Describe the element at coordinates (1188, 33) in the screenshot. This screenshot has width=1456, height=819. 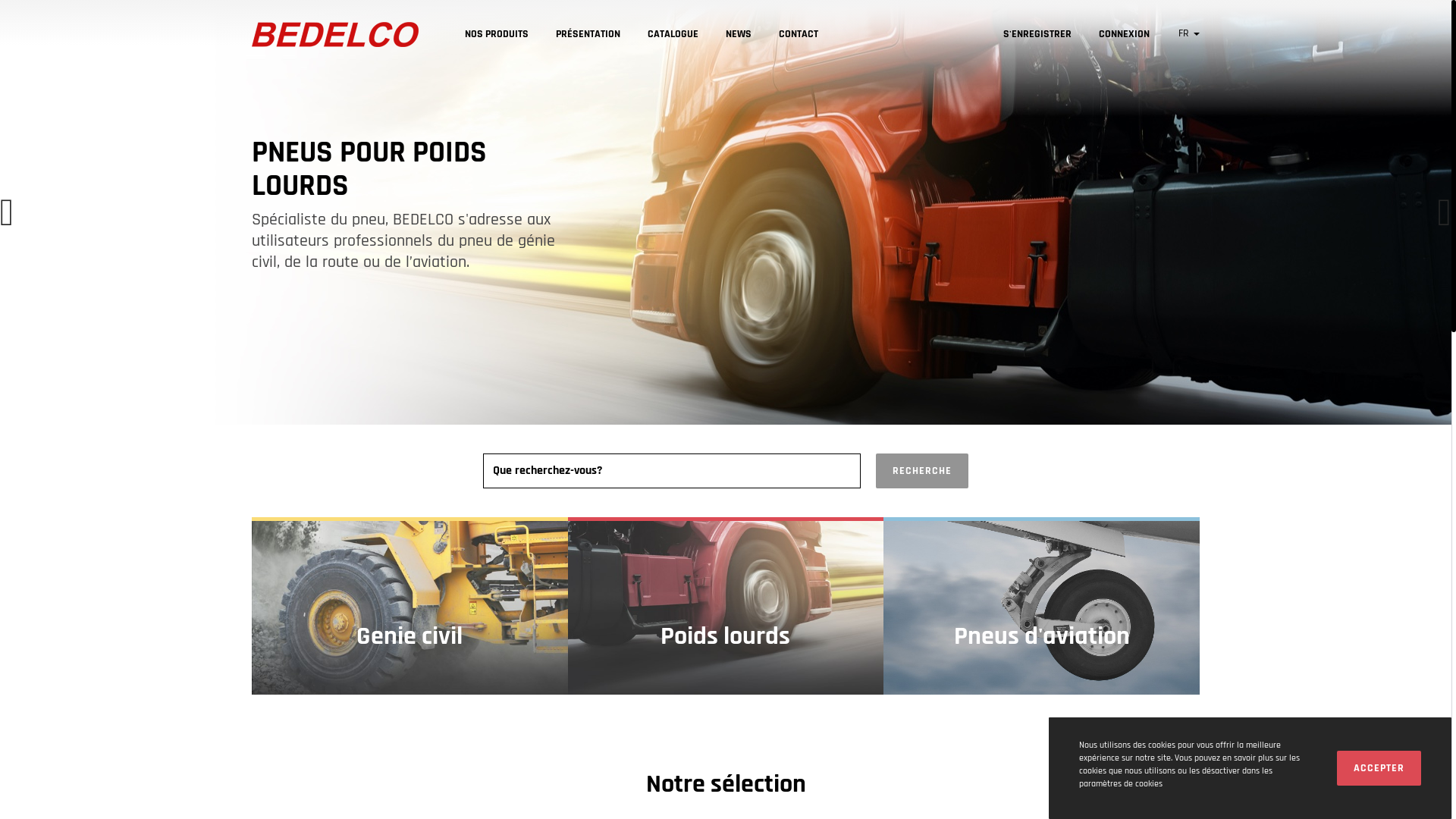
I see `'FR'` at that location.